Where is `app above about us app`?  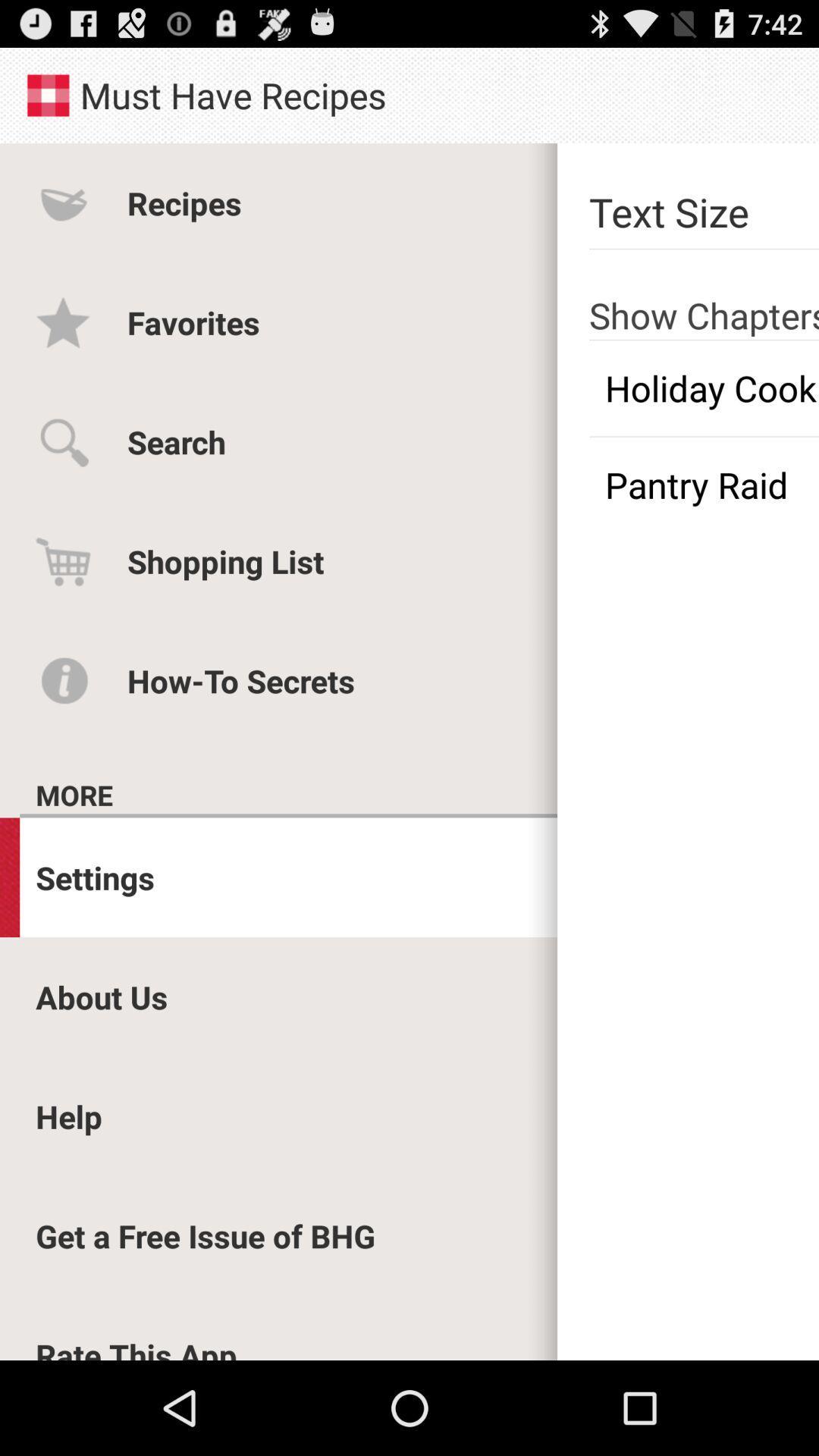 app above about us app is located at coordinates (95, 877).